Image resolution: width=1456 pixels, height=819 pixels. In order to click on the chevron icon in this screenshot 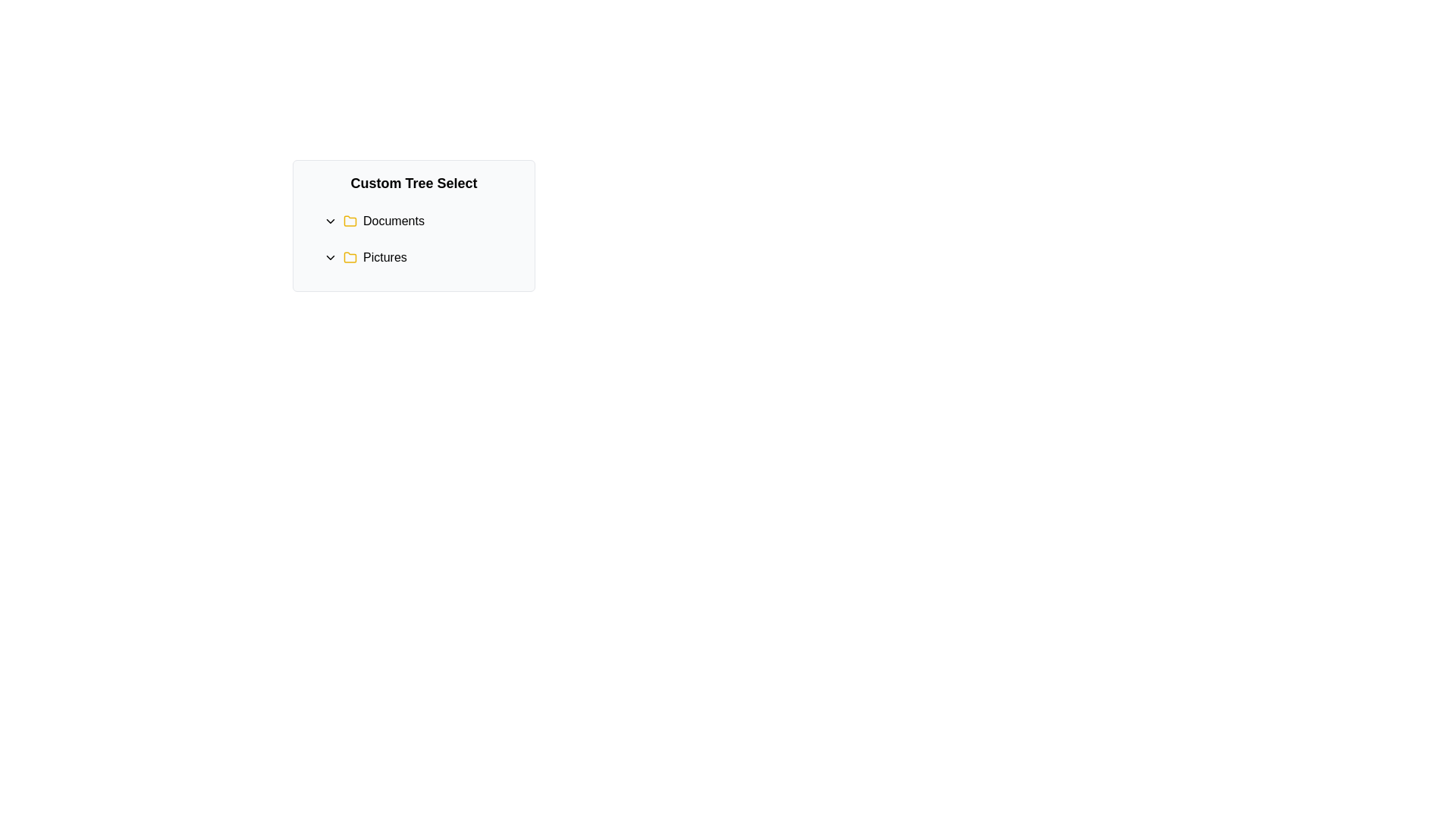, I will do `click(330, 256)`.